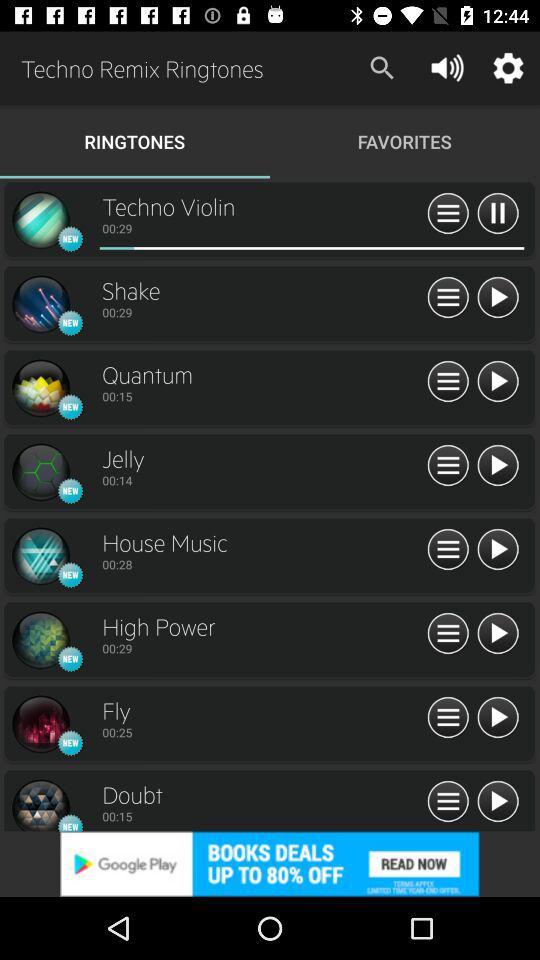  Describe the element at coordinates (496, 633) in the screenshot. I see `click arrow button` at that location.